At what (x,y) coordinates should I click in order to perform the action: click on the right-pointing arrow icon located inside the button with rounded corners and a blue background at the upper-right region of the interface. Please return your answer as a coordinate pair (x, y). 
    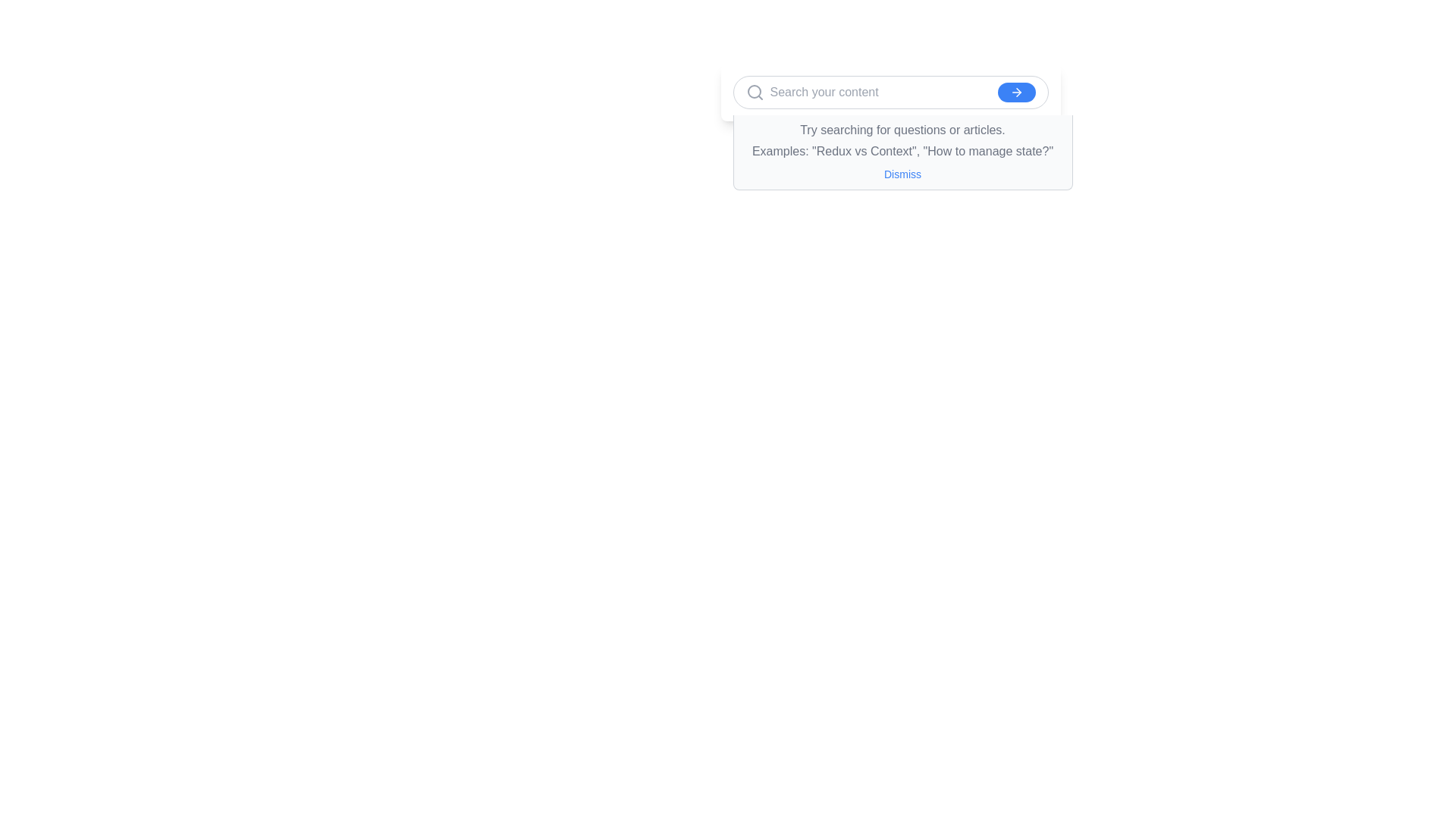
    Looking at the image, I should click on (1016, 93).